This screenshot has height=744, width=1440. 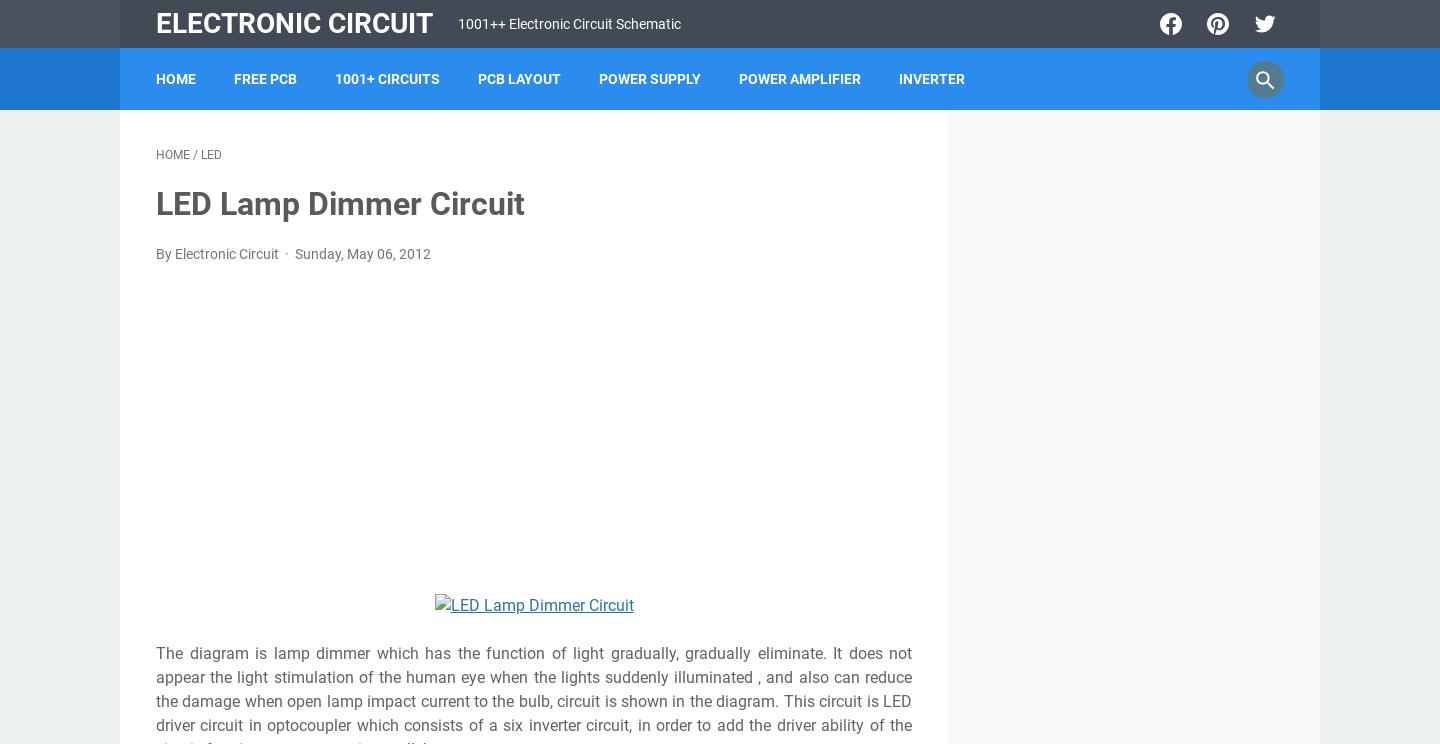 I want to click on 'Power Supply', so click(x=649, y=79).